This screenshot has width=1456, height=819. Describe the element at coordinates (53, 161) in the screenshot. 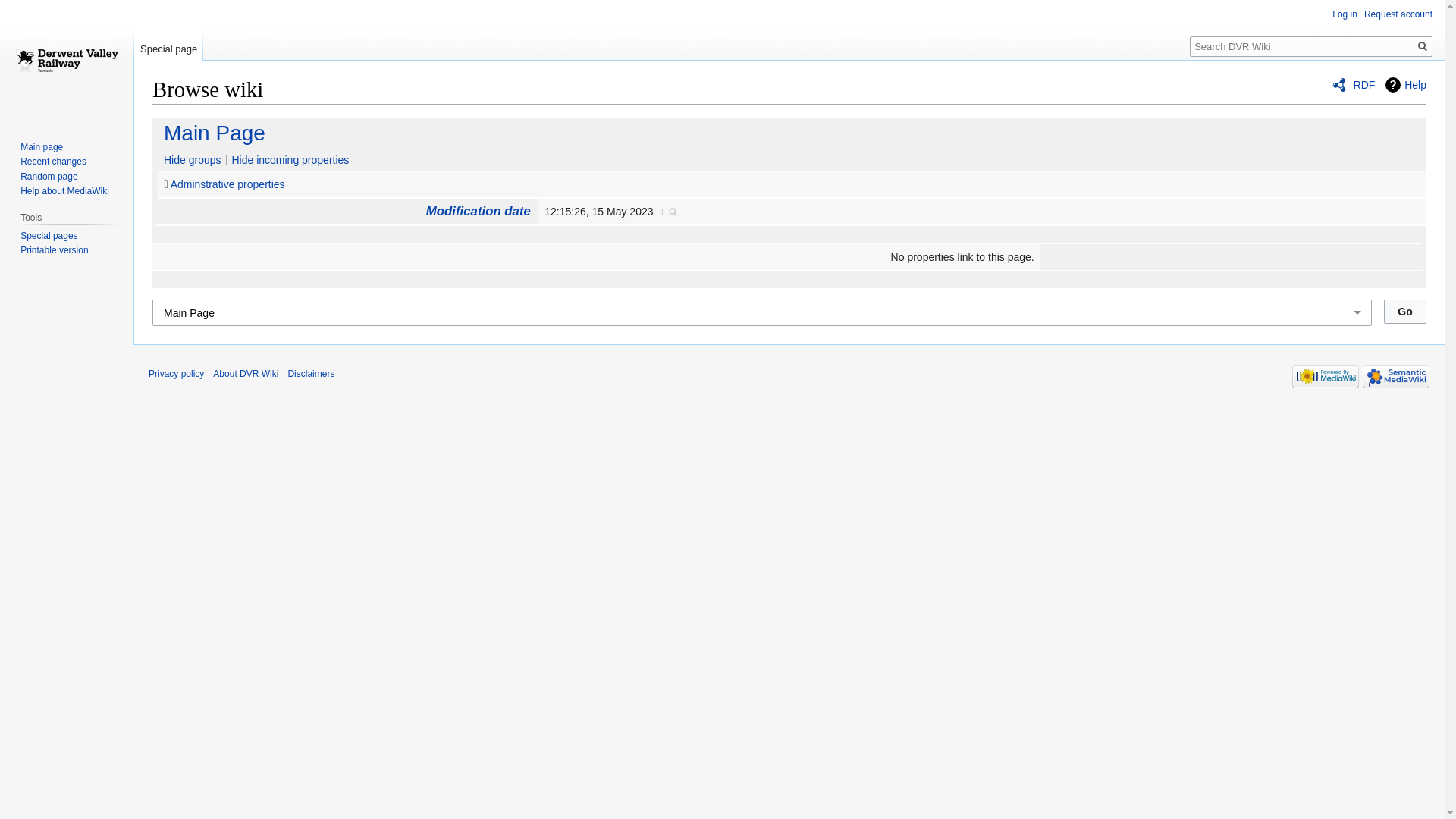

I see `'Recent changes'` at that location.